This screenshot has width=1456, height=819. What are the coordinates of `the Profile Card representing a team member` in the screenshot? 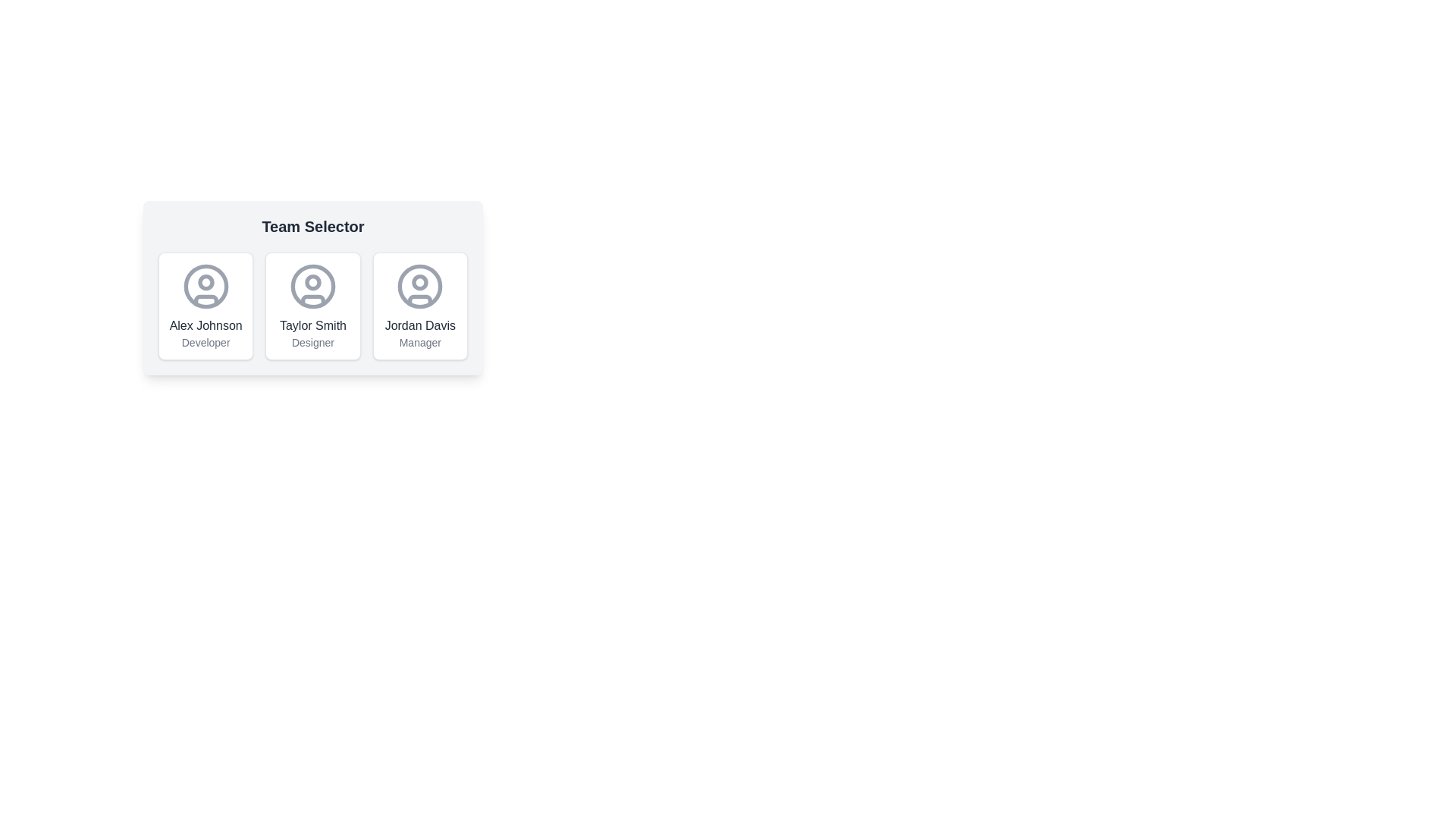 It's located at (205, 306).